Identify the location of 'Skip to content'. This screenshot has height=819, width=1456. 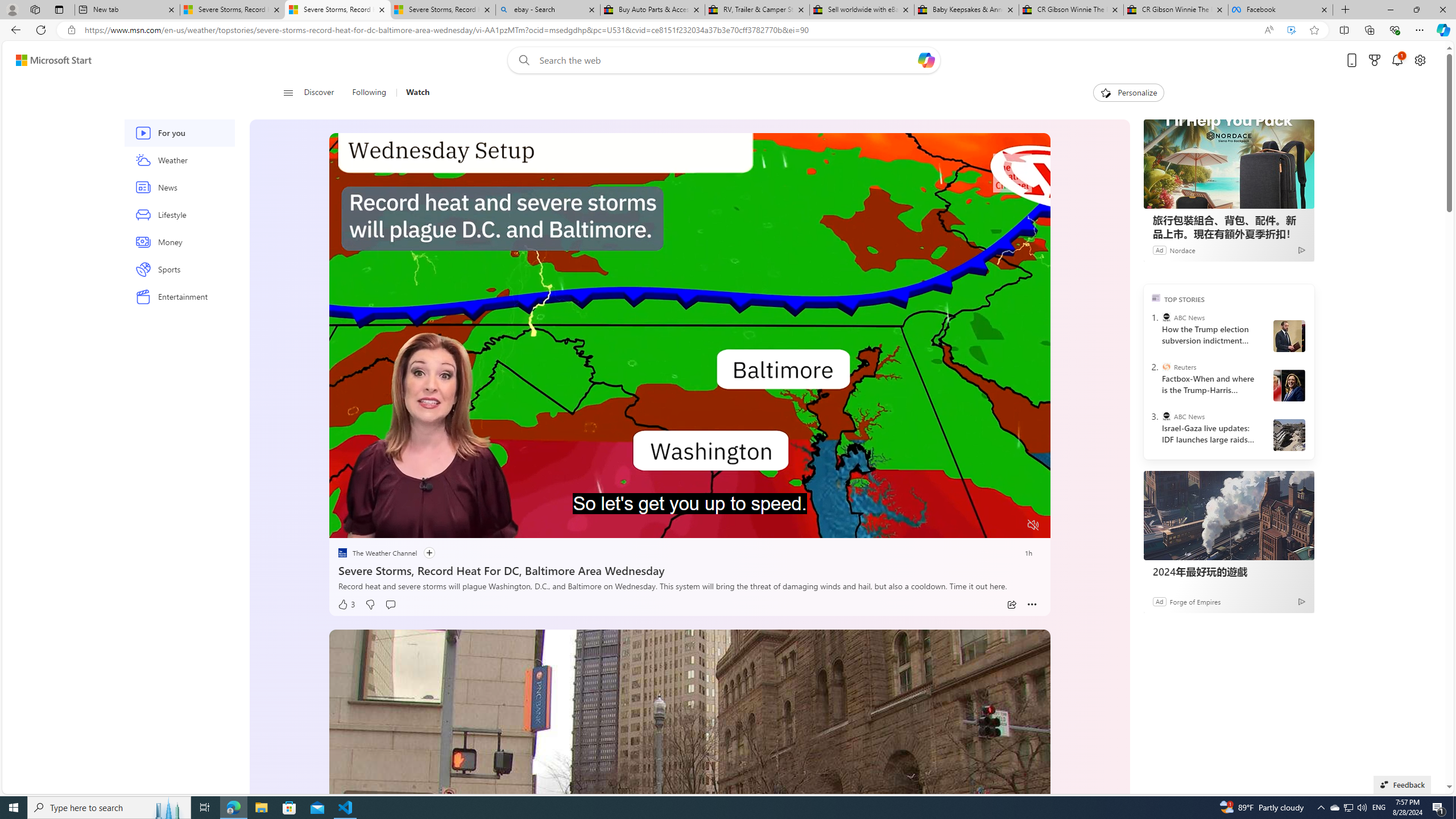
(49, 59).